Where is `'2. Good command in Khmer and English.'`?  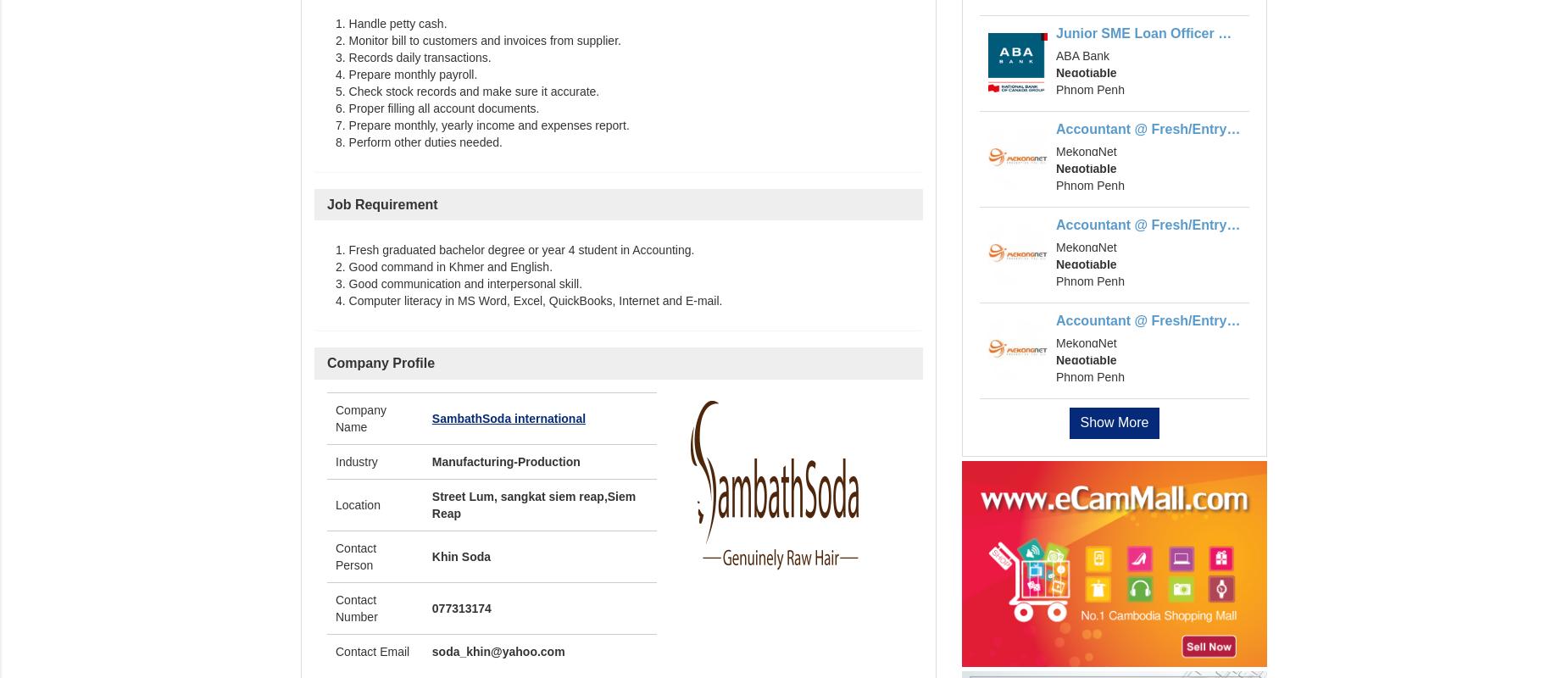
'2. Good command in Khmer and English.' is located at coordinates (335, 265).